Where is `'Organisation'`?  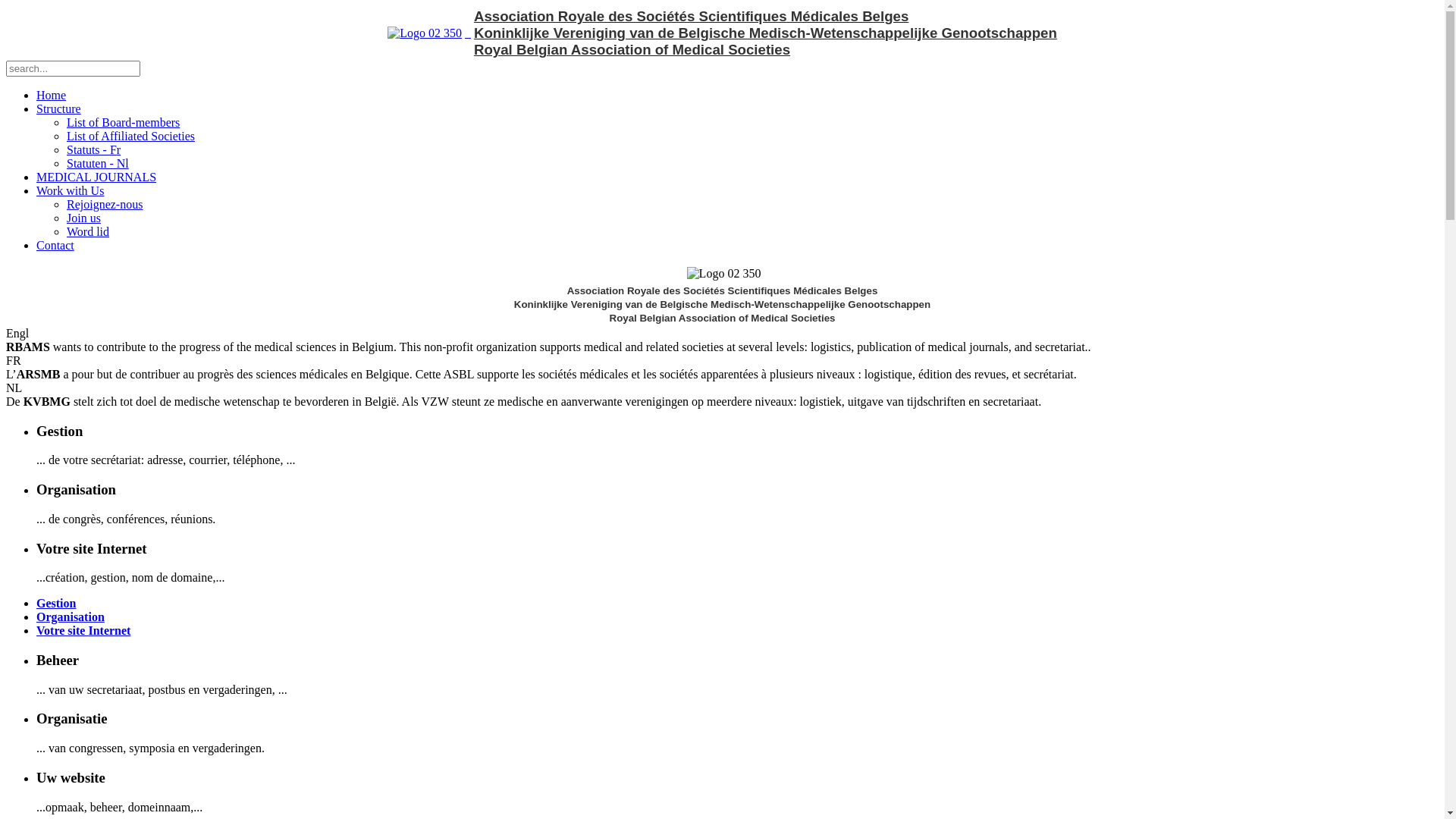 'Organisation' is located at coordinates (69, 617).